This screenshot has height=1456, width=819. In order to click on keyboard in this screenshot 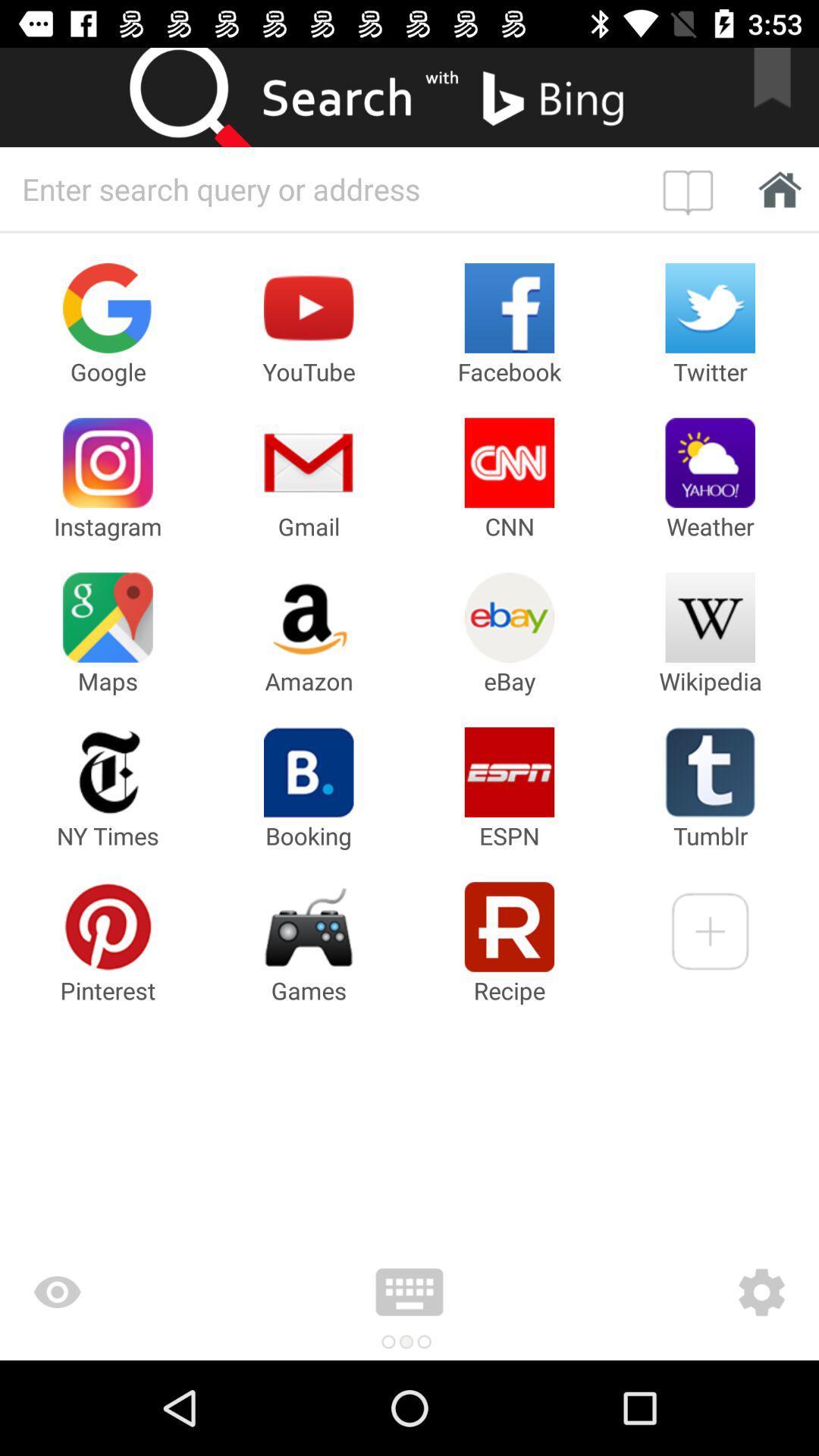, I will do `click(409, 1291)`.